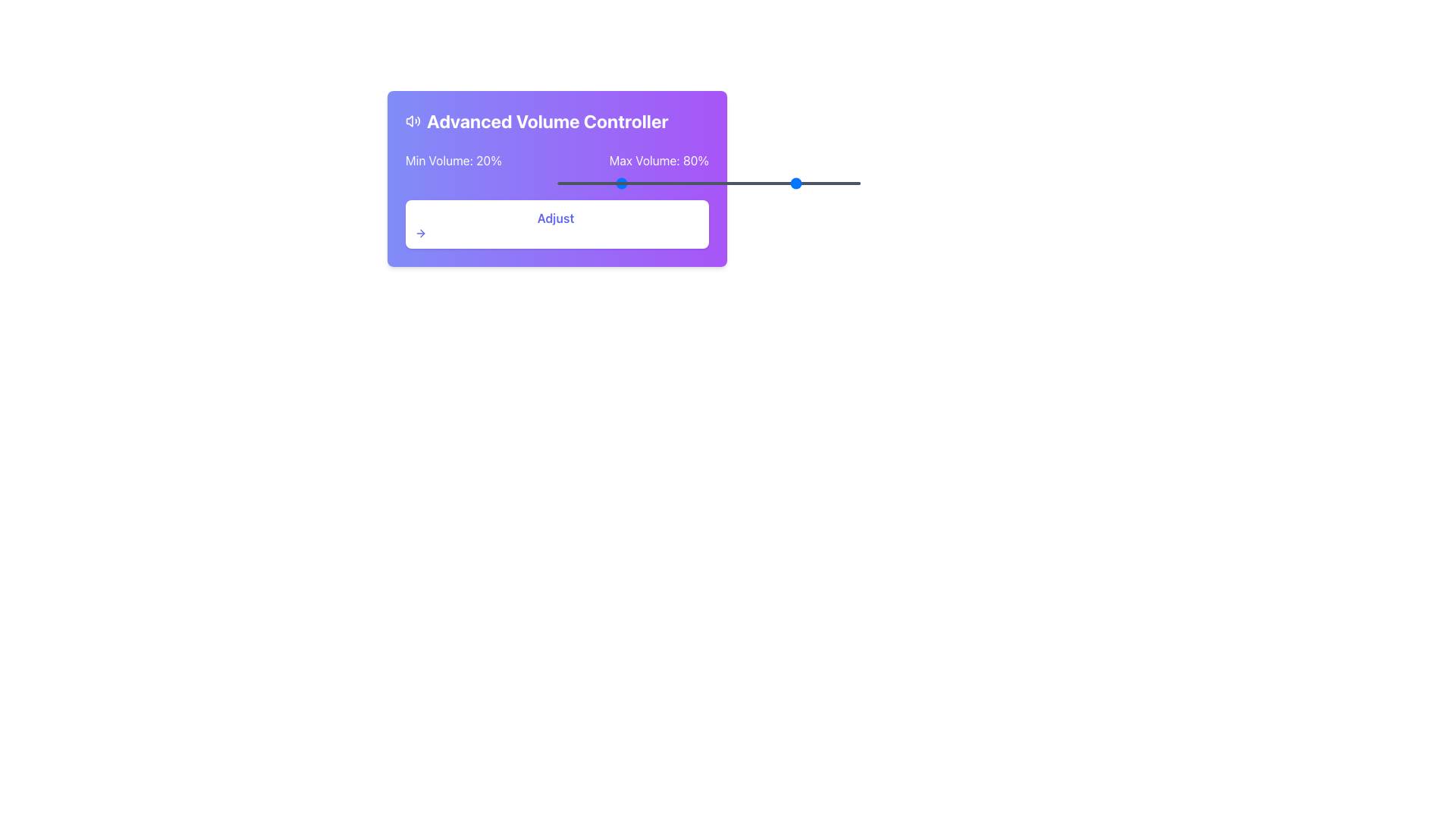 The width and height of the screenshot is (1456, 819). I want to click on the slider, so click(829, 183).